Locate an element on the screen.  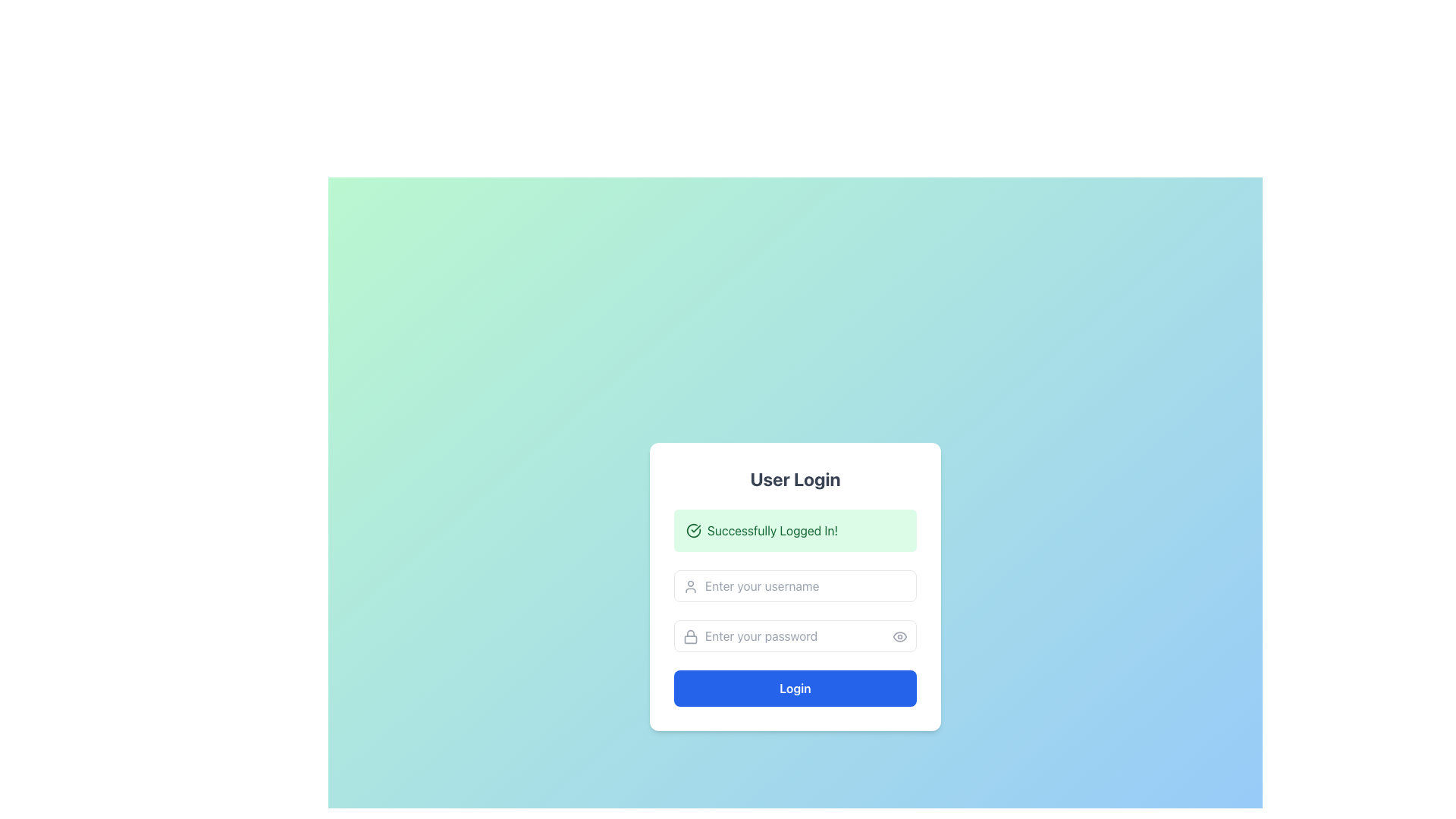
the username input field icon that indicates the purpose of the text input for entering a username is located at coordinates (690, 586).